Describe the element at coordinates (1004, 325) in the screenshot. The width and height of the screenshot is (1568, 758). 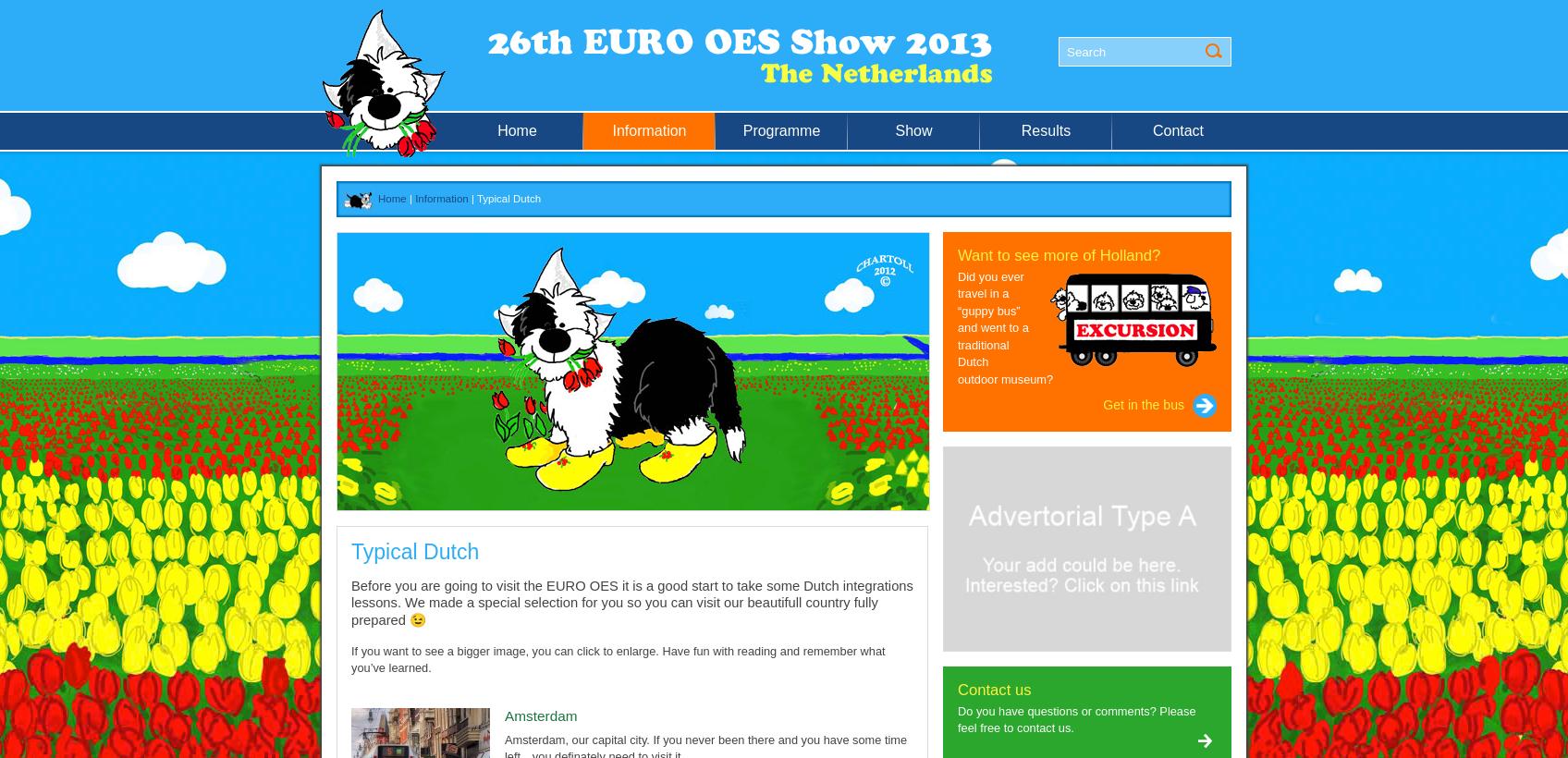
I see `'Did you ever travel in a “guppy bus” and went to a traditional Dutch outdoor museum?'` at that location.